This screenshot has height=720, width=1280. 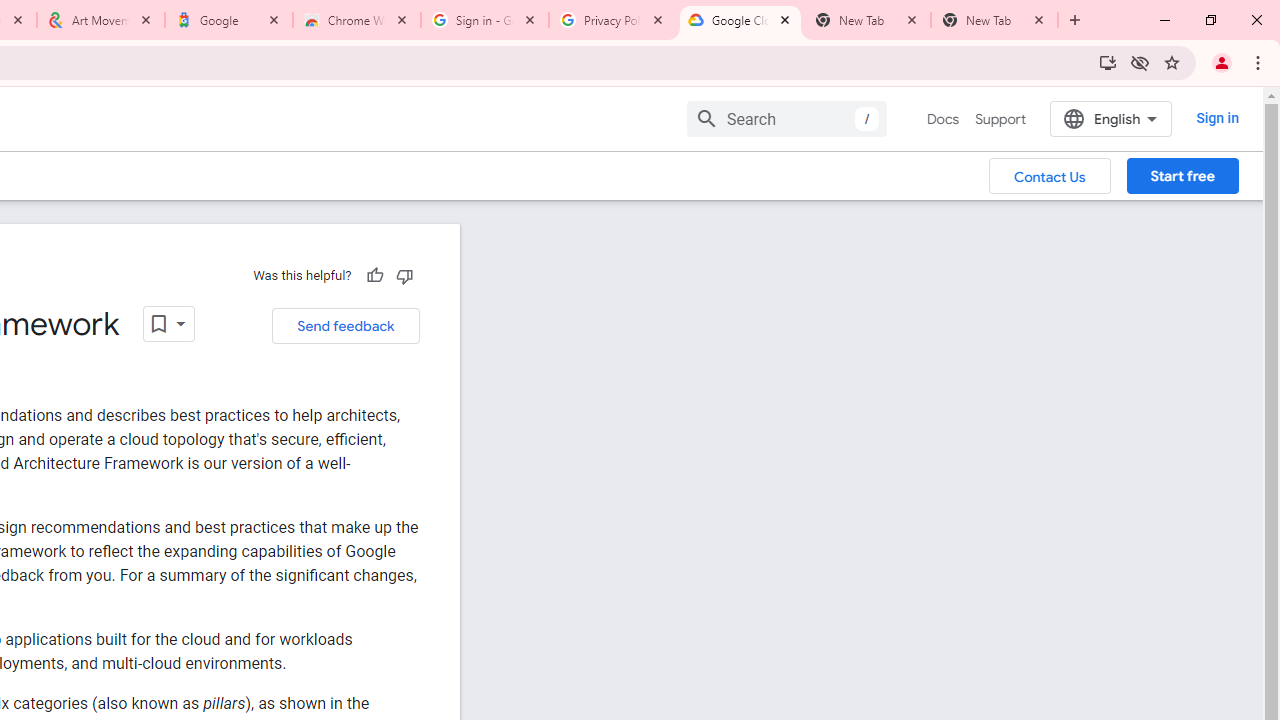 I want to click on 'New Tab', so click(x=994, y=20).